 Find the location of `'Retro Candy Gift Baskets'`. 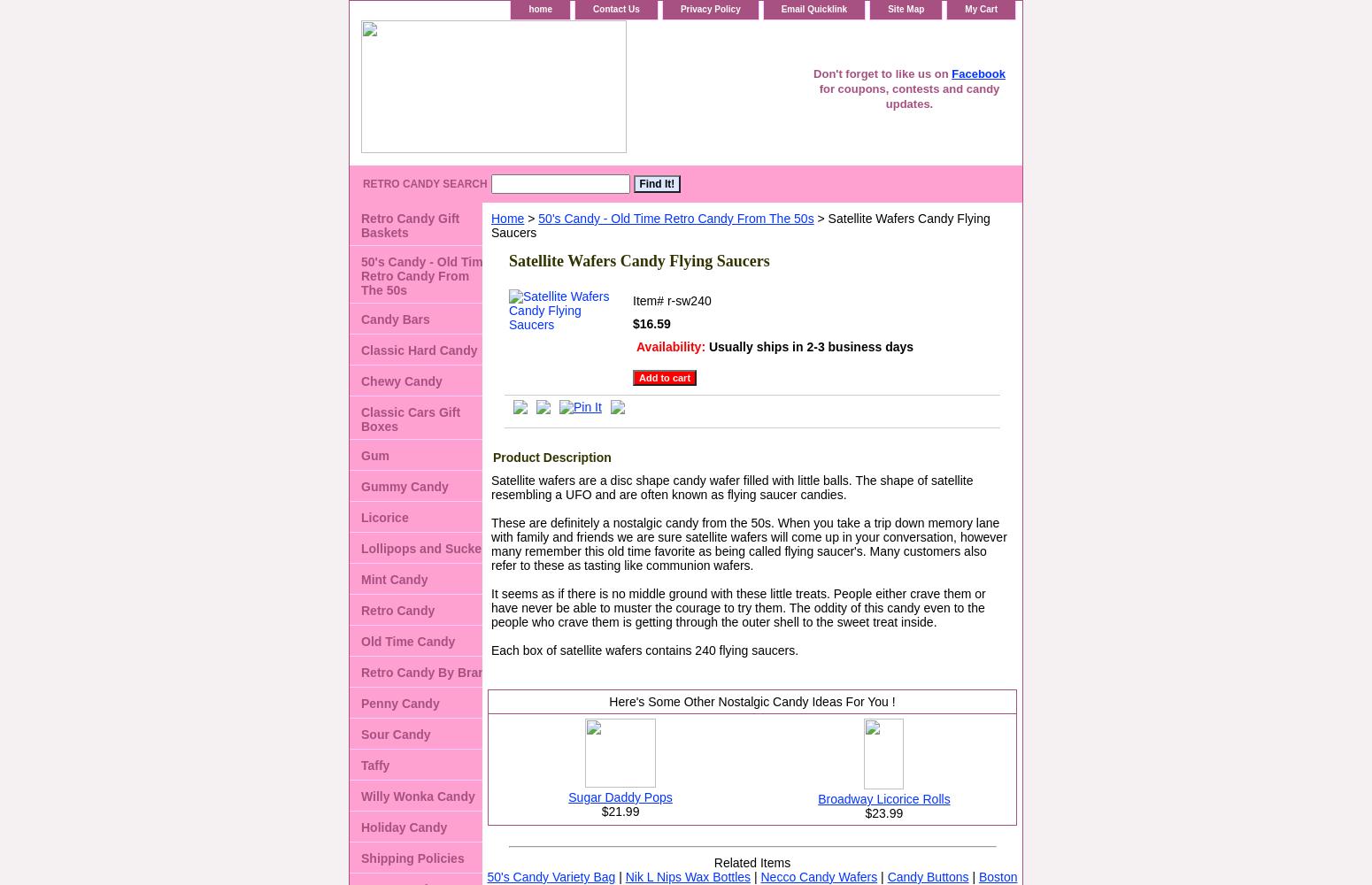

'Retro Candy Gift Baskets' is located at coordinates (410, 226).